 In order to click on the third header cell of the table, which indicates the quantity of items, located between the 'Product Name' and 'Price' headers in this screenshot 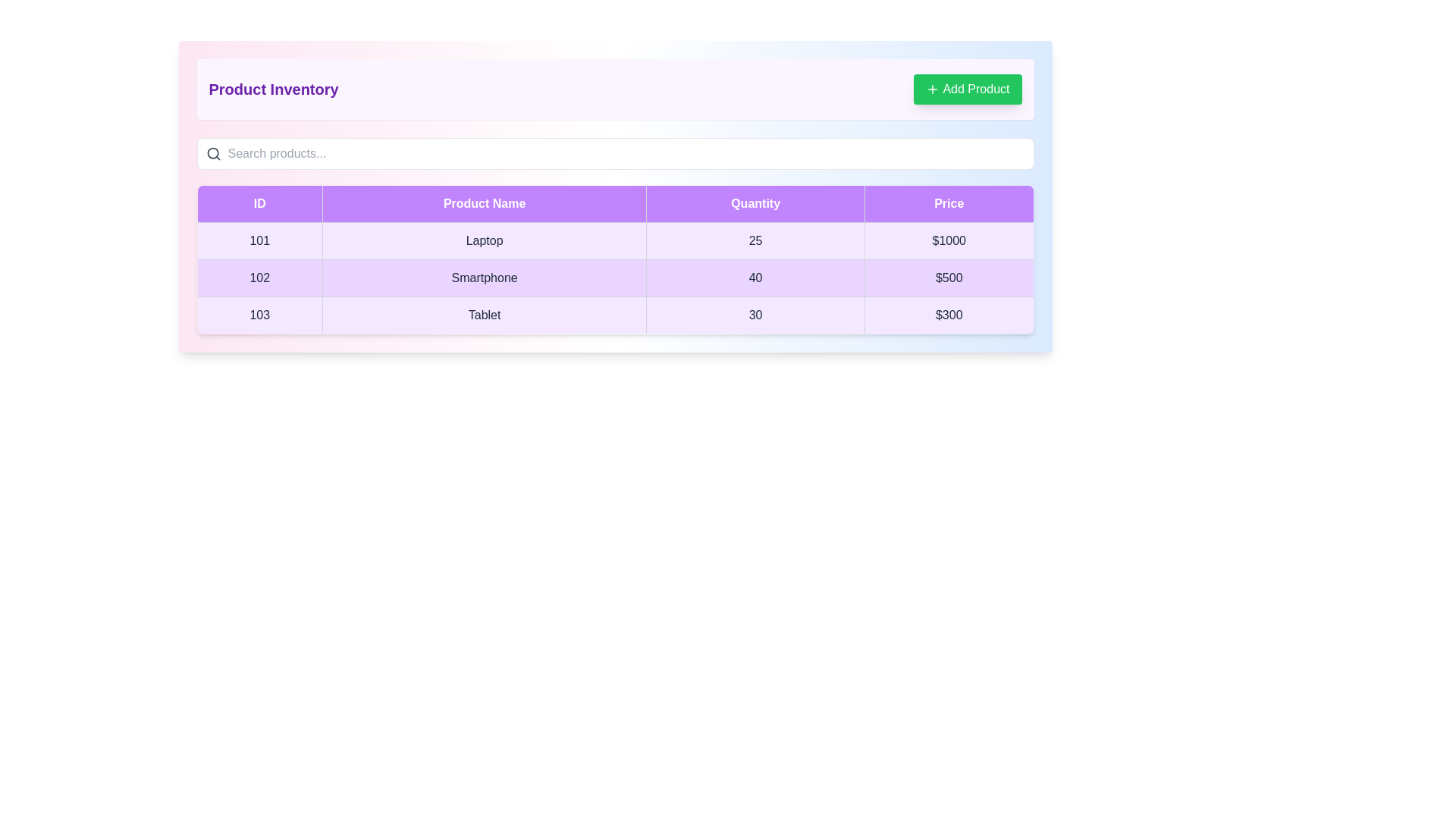, I will do `click(755, 203)`.